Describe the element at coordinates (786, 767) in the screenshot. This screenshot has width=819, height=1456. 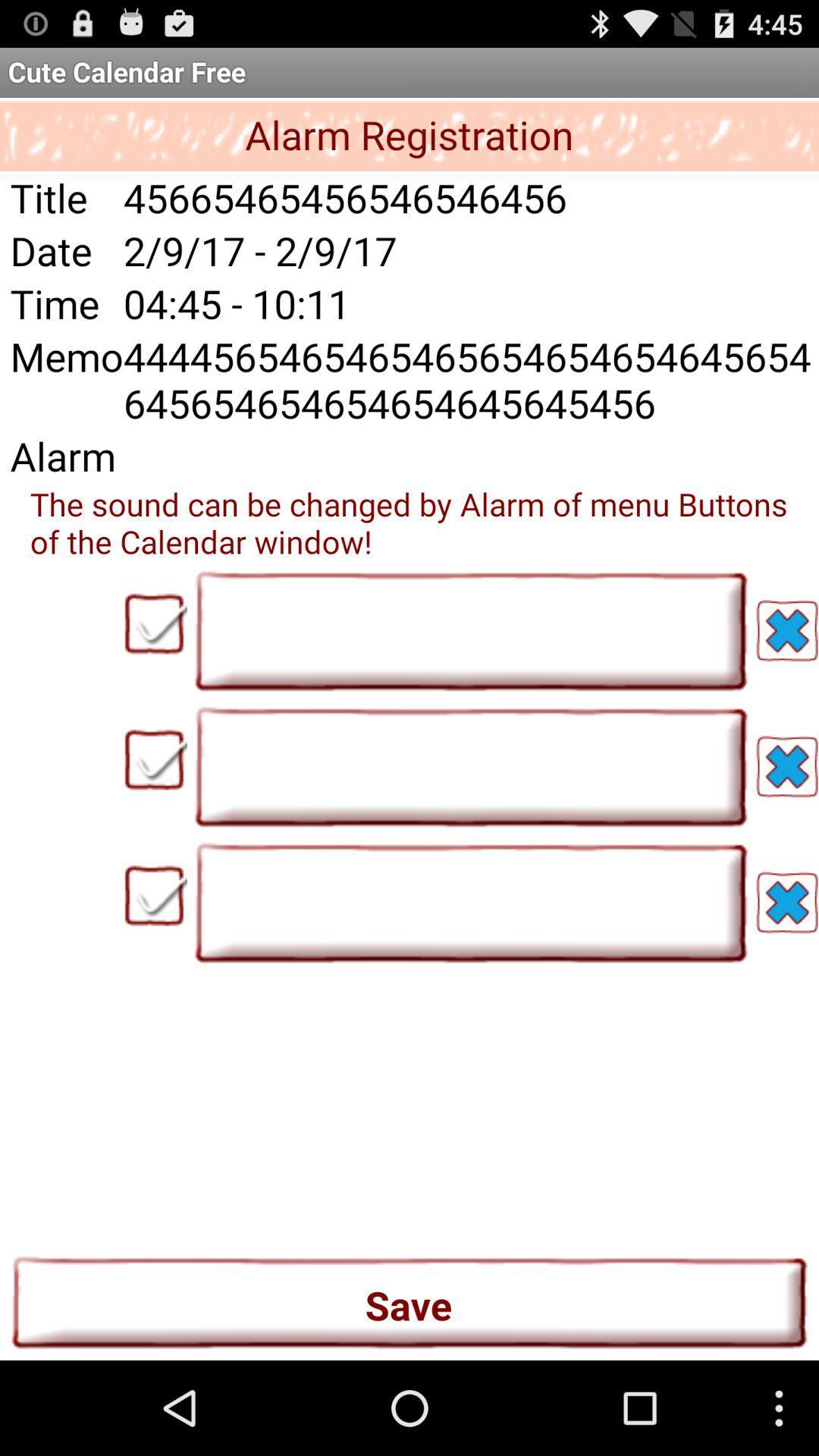
I see `the button which is right to the second text field box` at that location.